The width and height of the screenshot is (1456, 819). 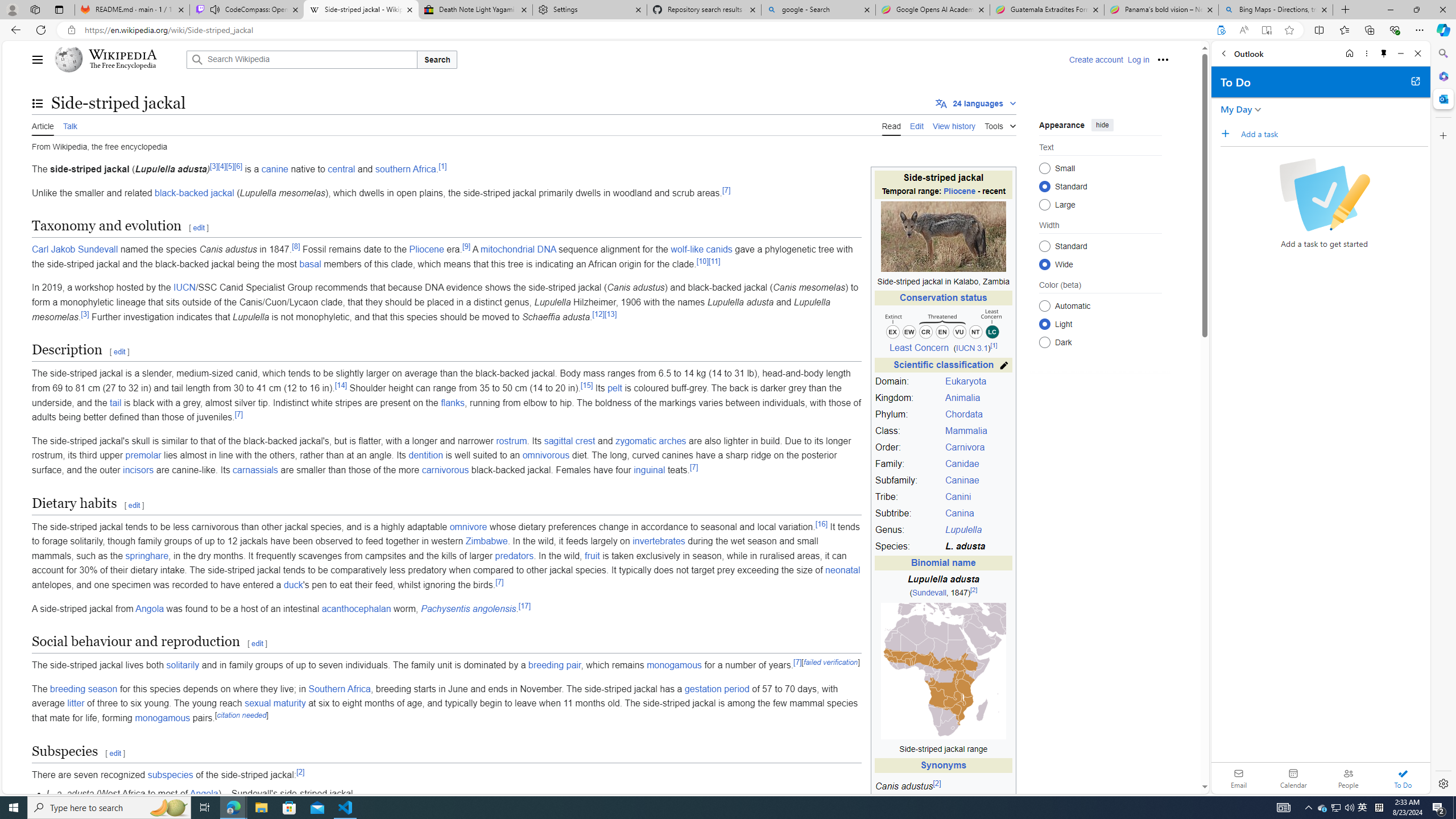 What do you see at coordinates (1238, 777) in the screenshot?
I see `'Email'` at bounding box center [1238, 777].